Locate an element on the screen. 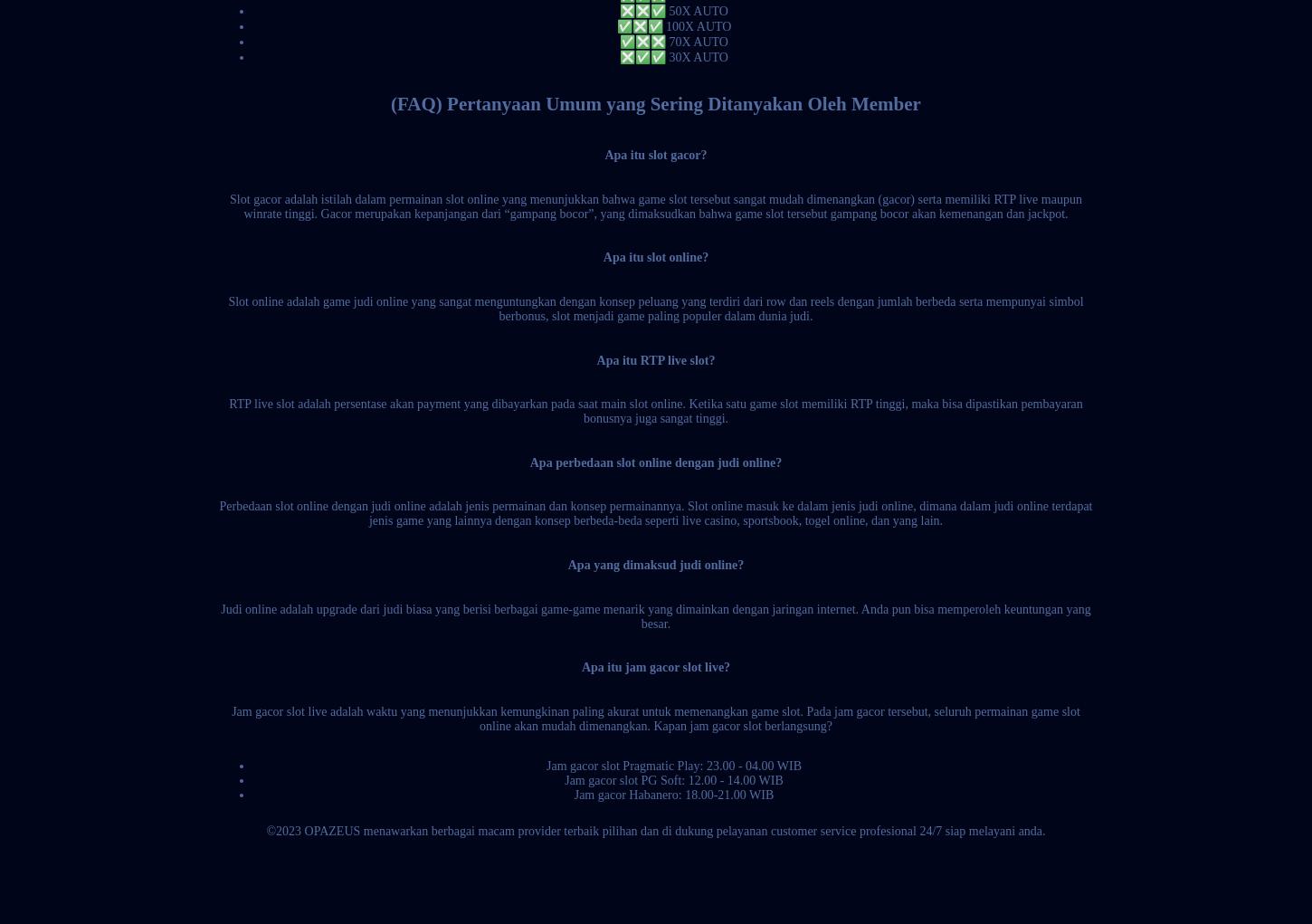 The height and width of the screenshot is (924, 1312). 'Apa itu RTP live slot?' is located at coordinates (654, 358).